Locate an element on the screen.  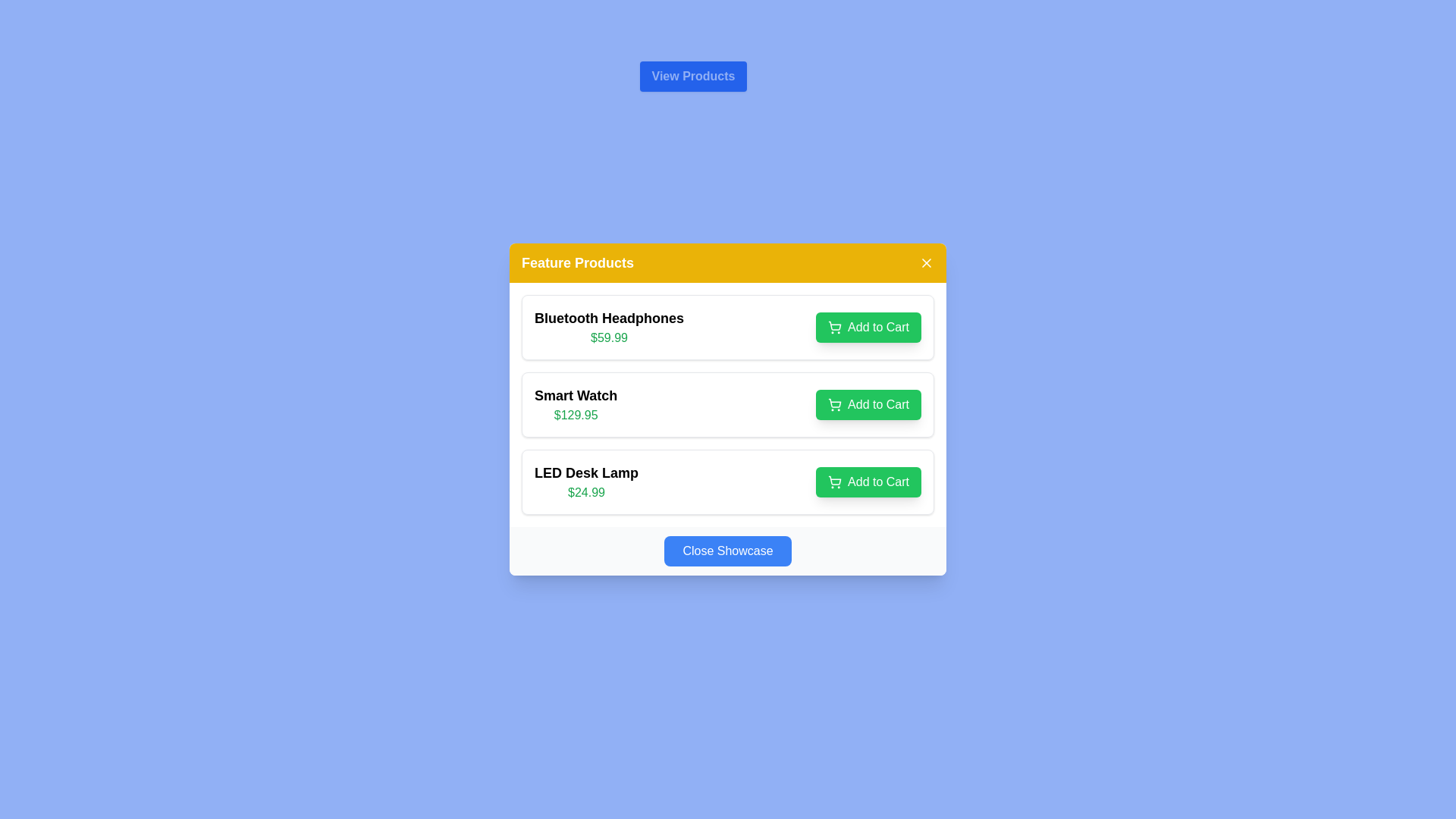
the Text display component that shows 'Smart Watch' and '$129.95', located in the second item of the list between 'Bluetooth Headphones' and 'LED Desk Lamp', adjacent to the 'Add to Cart' button is located at coordinates (575, 403).